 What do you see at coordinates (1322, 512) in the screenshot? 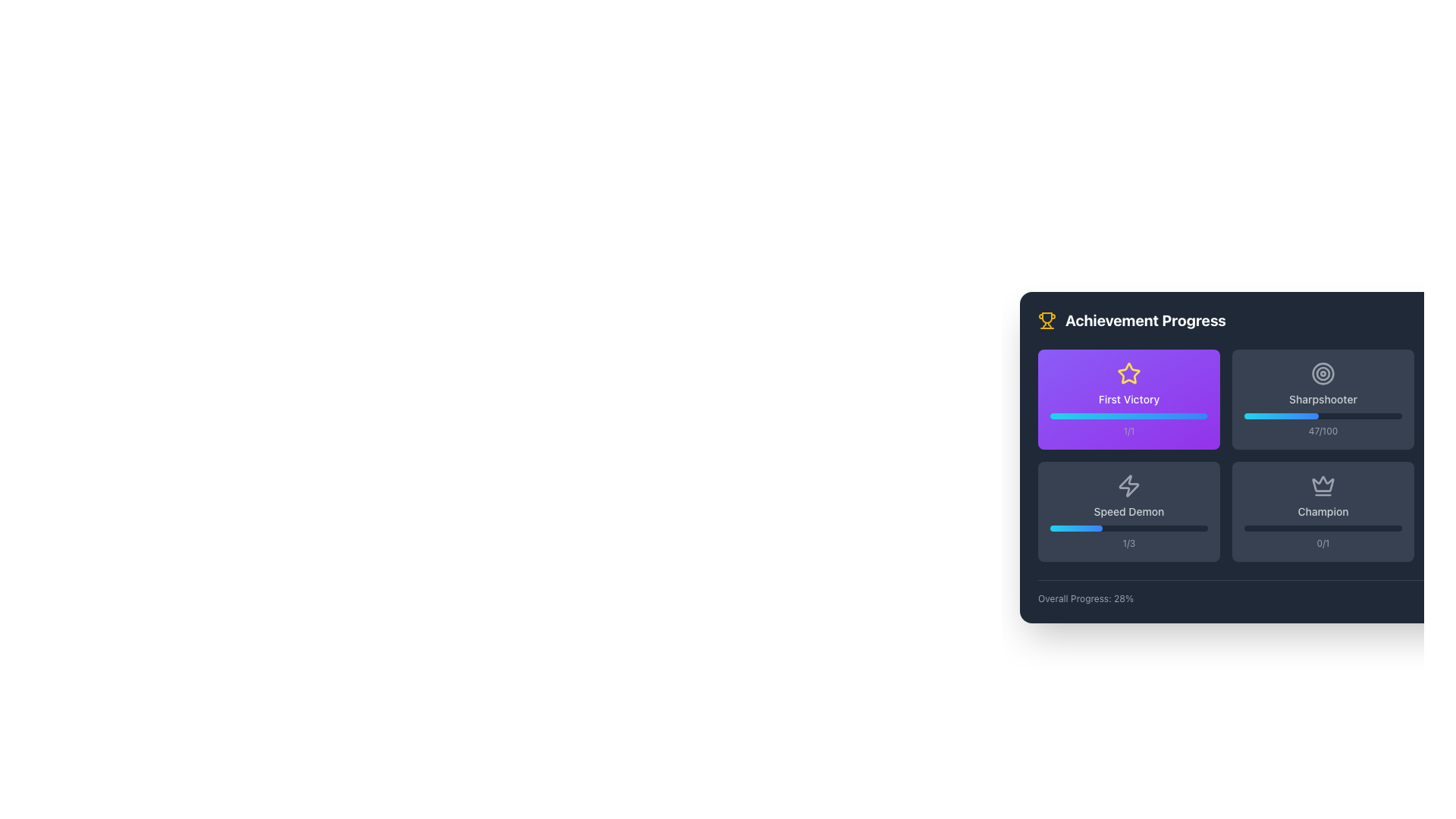
I see `the text label displaying the word 'Champion' located in the bottom-right progress card, which is styled in gray and positioned below a crown icon` at bounding box center [1322, 512].